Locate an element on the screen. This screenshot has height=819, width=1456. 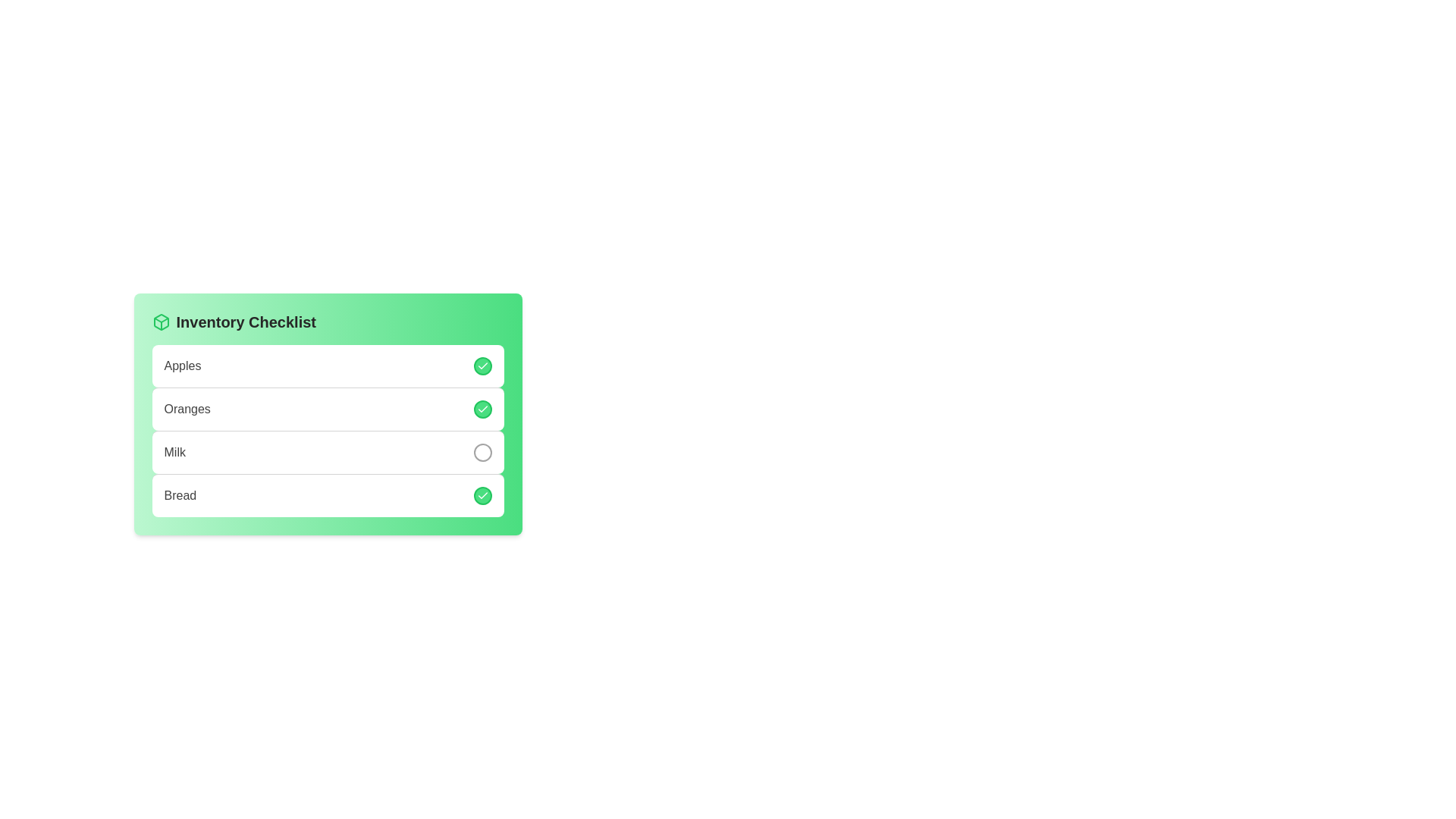
the green 3D box icon located to the left of the 'Inventory Checklist' title in the header section is located at coordinates (161, 321).